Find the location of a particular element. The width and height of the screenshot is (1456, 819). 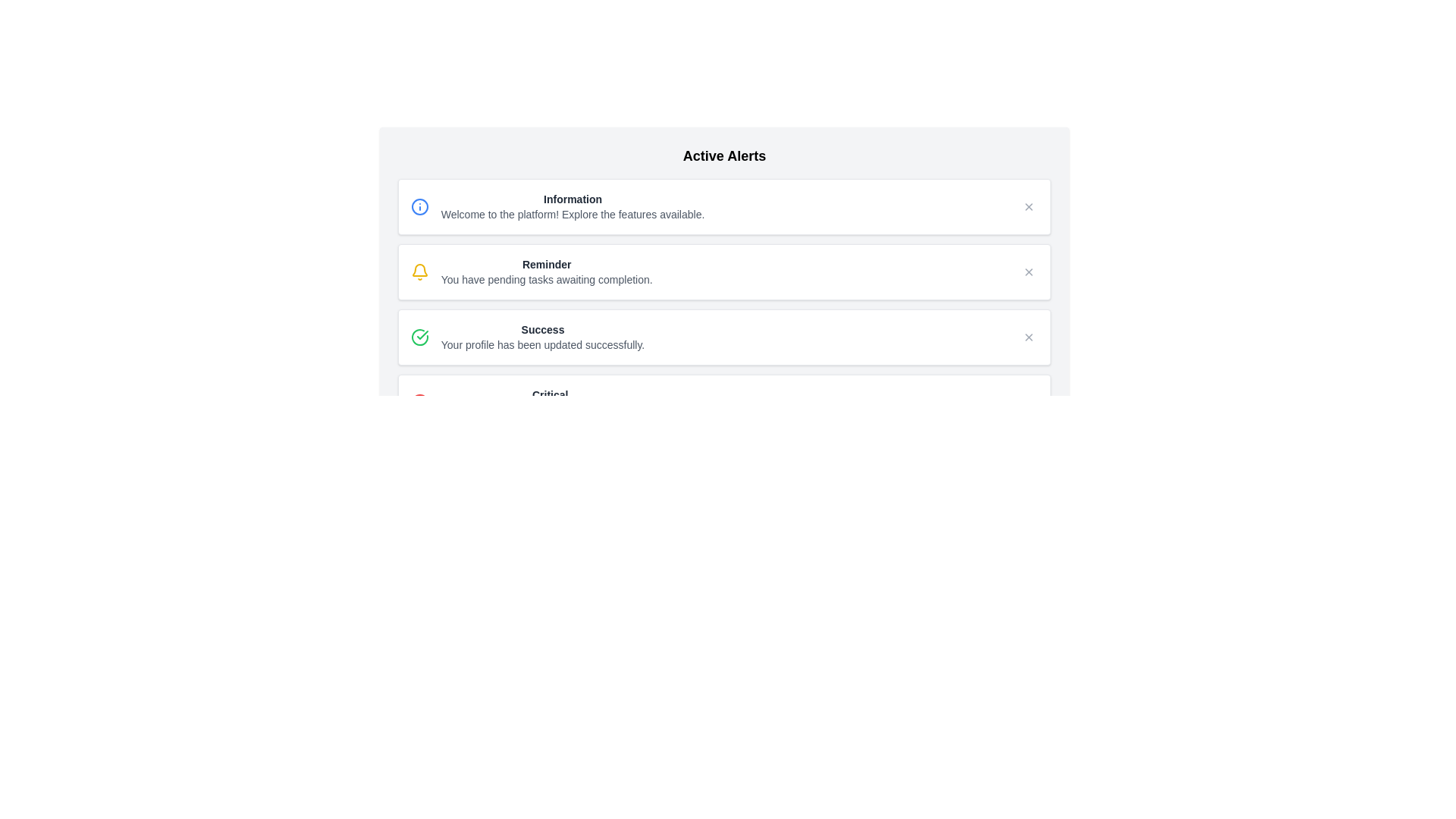

the critical alert icon located at the left edge of the notification card labeled 'Critical' is located at coordinates (419, 402).